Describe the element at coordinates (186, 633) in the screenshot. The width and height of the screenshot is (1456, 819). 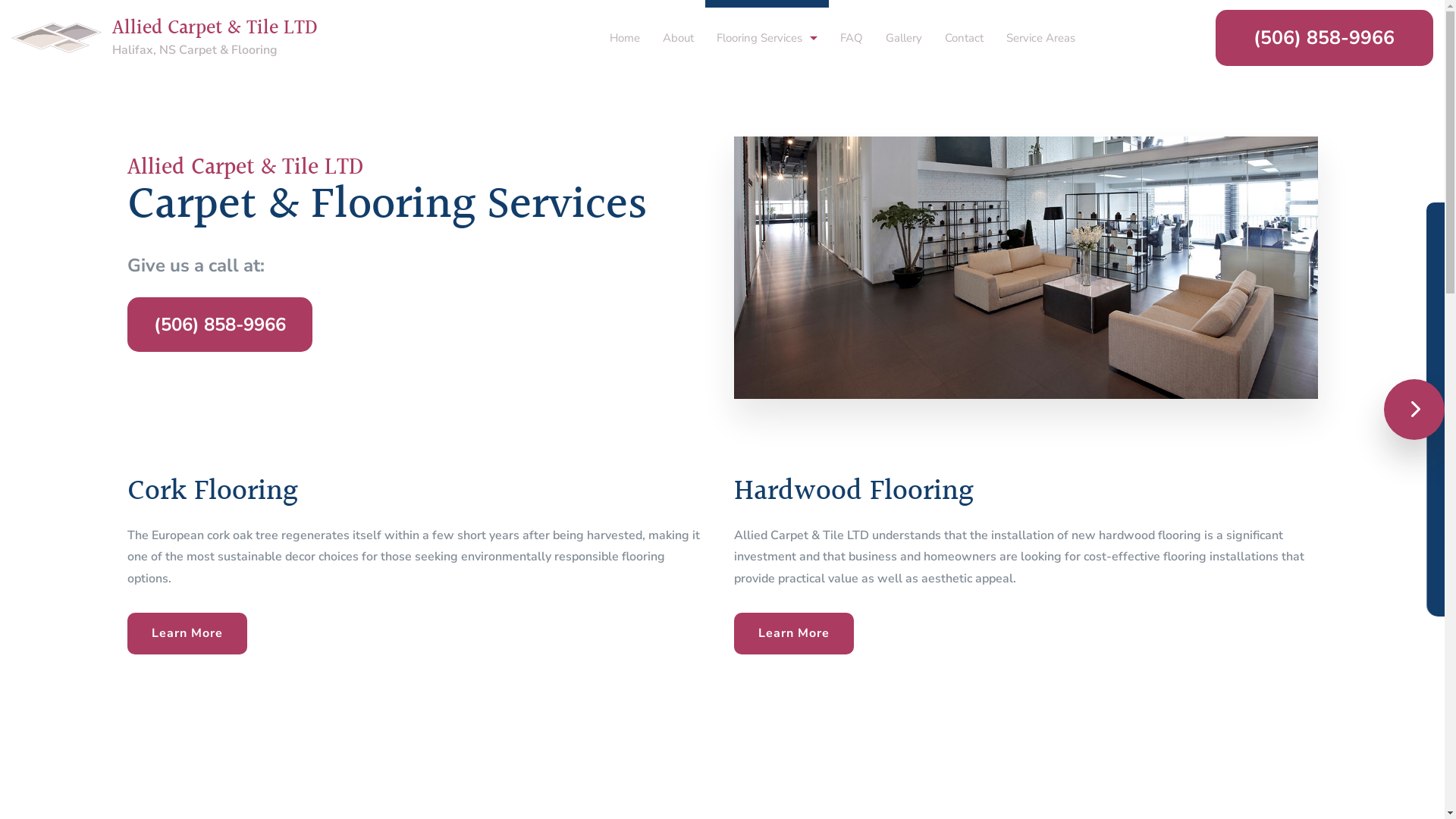
I see `'Learn More'` at that location.